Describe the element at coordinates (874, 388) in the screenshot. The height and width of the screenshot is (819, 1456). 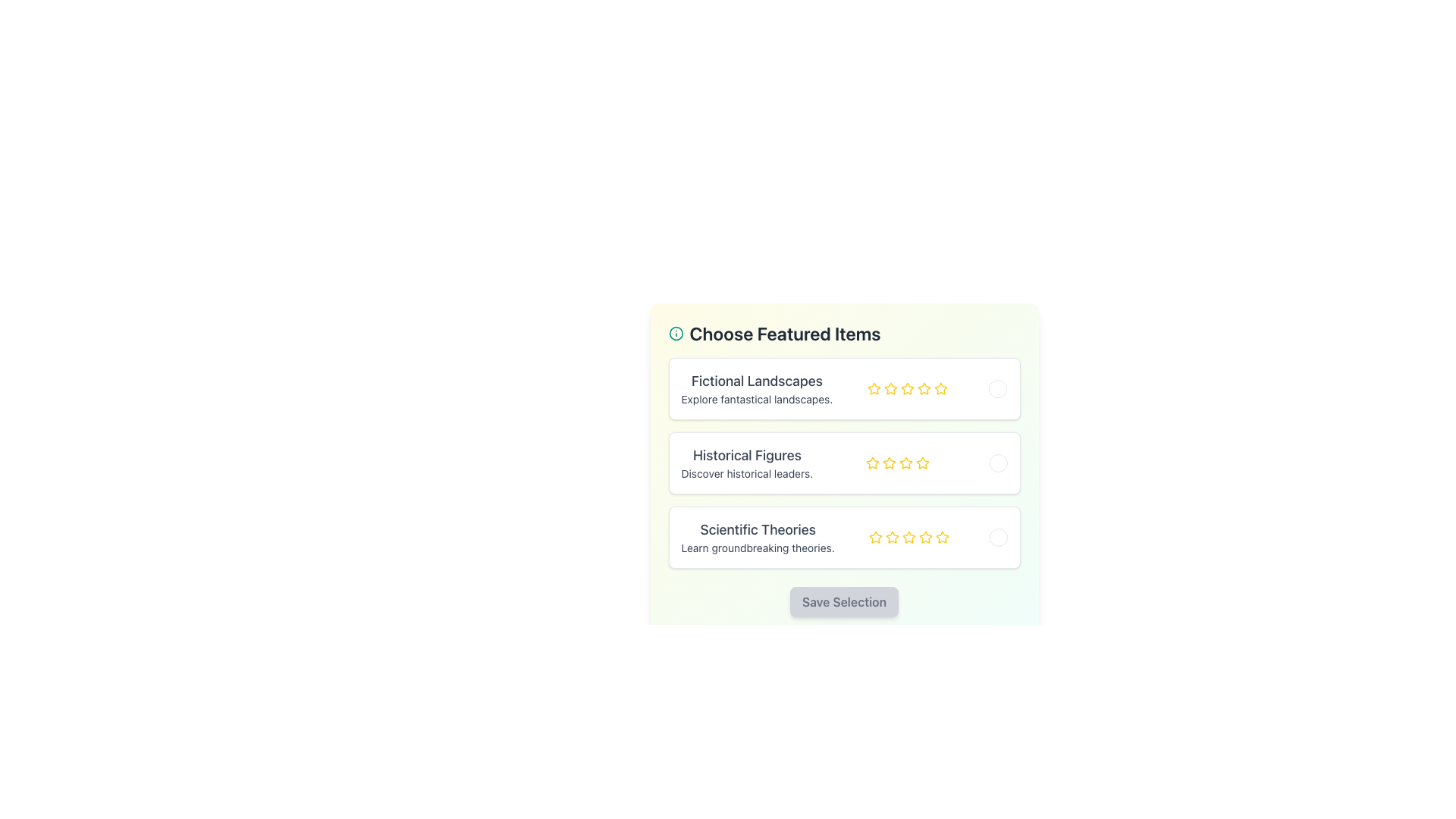
I see `the first star-shaped icon in the star rating UI widget to set the rating to one star, located to the right of 'Fictional Landscapes'` at that location.